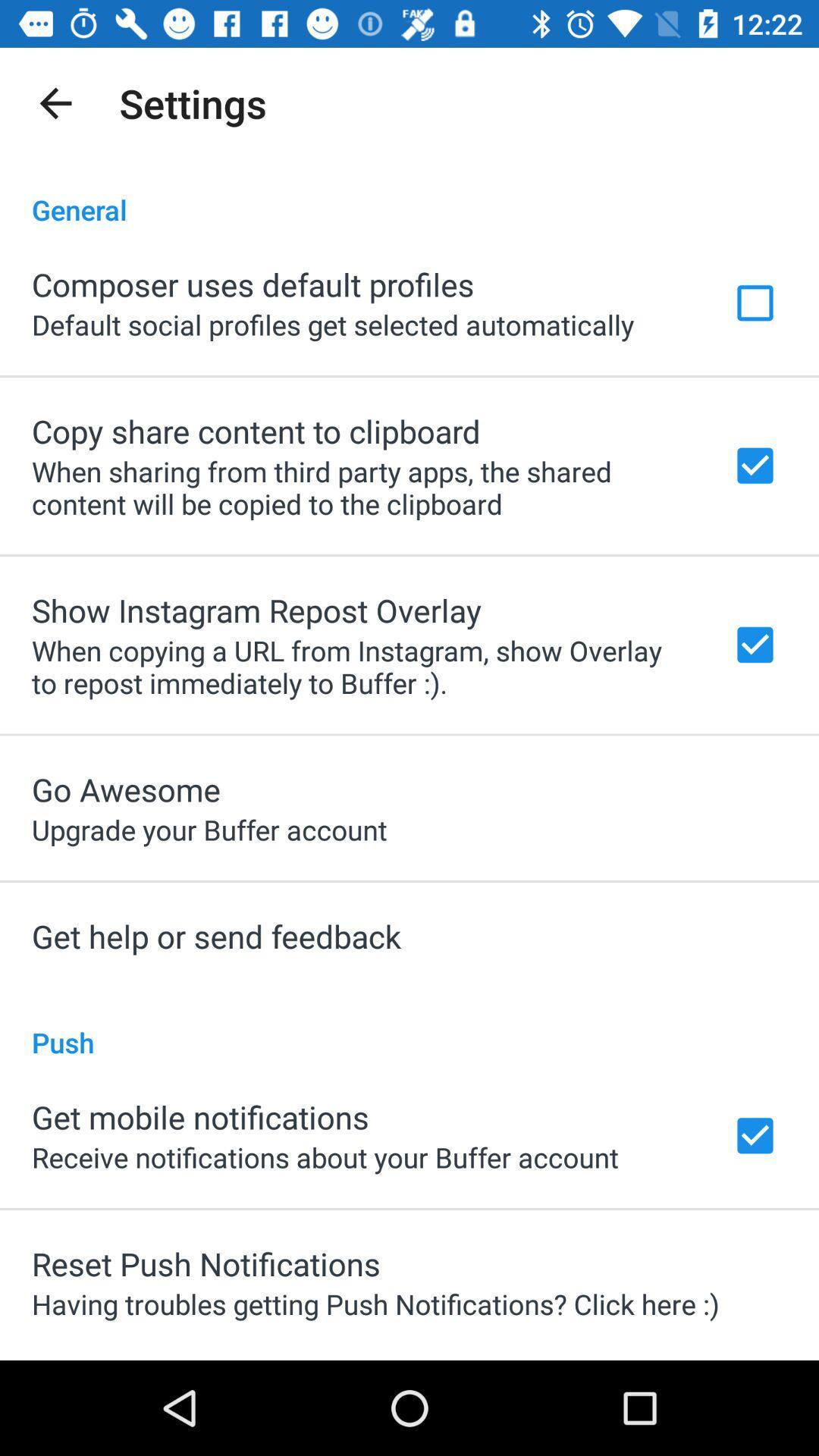  I want to click on the icon to the left of the settings icon, so click(55, 102).